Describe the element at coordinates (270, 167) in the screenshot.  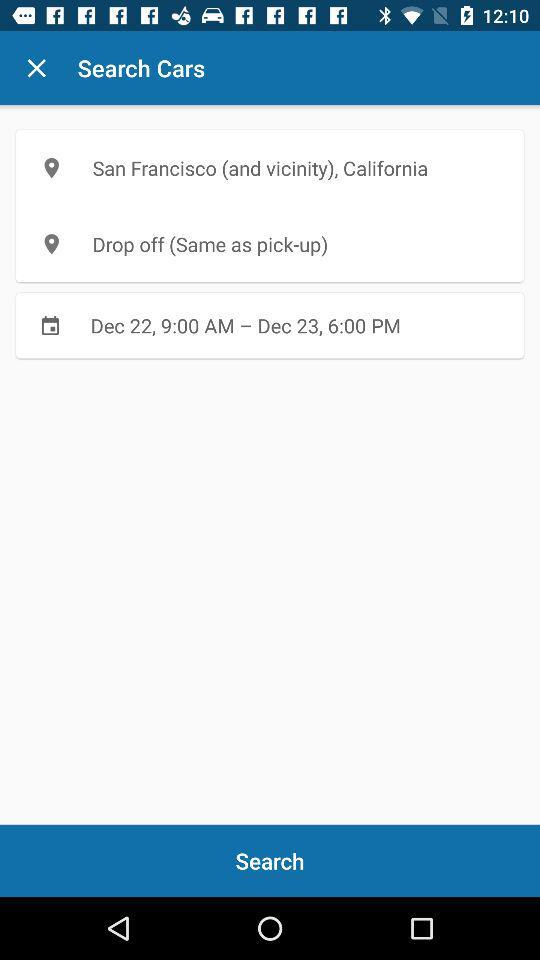
I see `san francisco and icon` at that location.